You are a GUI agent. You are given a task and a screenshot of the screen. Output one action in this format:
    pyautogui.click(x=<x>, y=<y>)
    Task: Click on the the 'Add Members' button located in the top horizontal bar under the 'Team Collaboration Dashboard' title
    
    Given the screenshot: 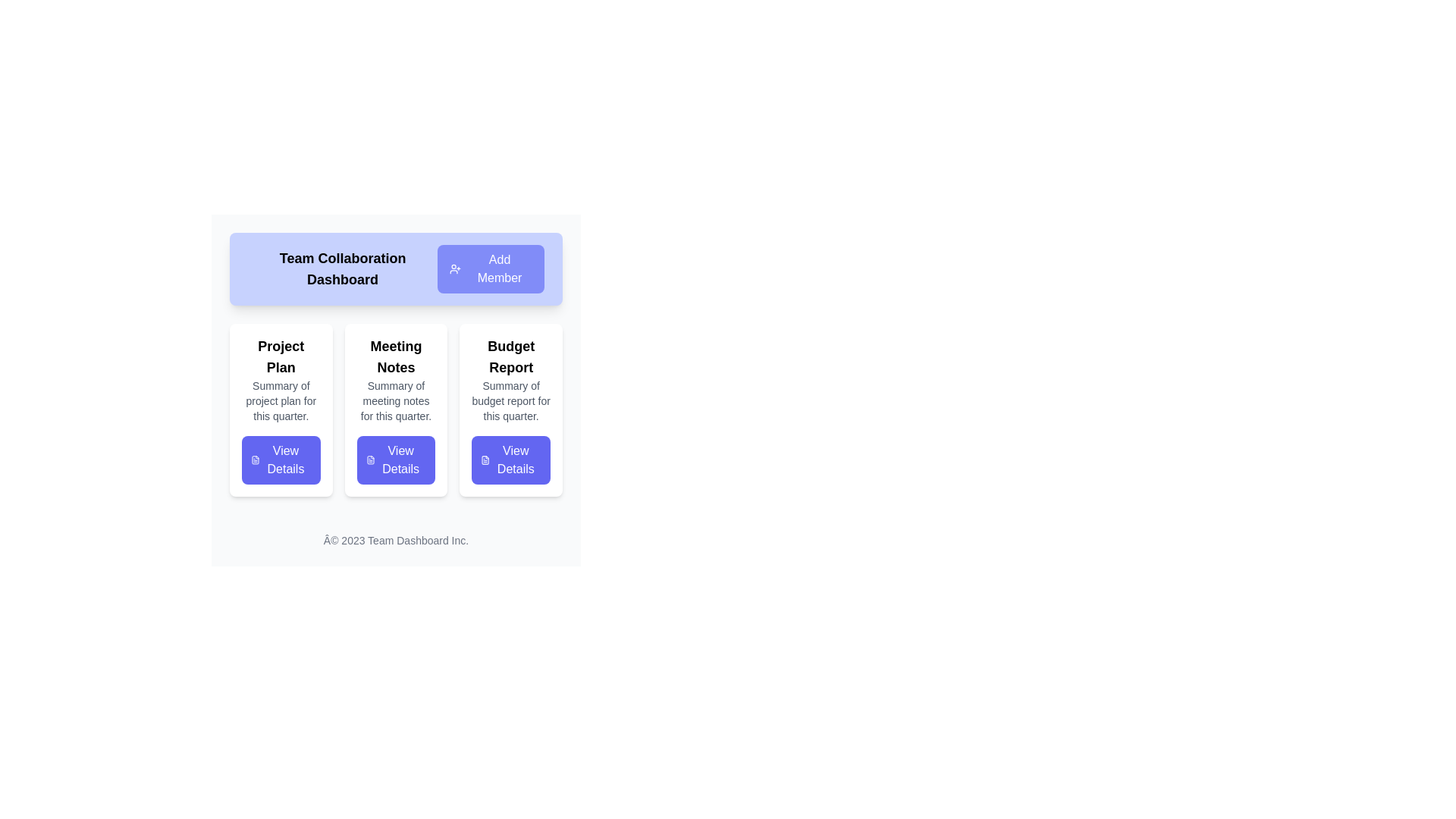 What is the action you would take?
    pyautogui.click(x=491, y=268)
    